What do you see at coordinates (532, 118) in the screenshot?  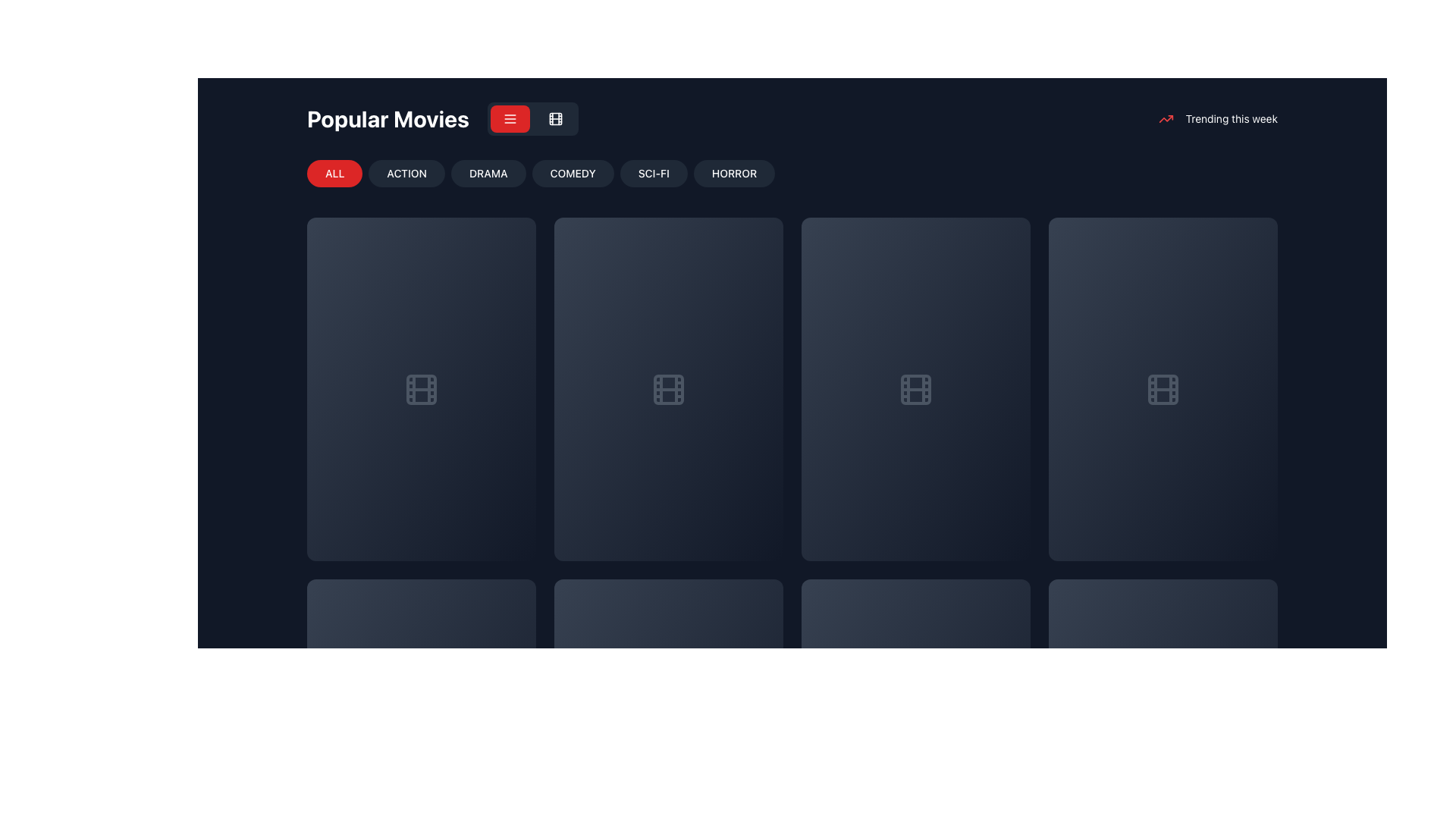 I see `the right toggle button in the button group to switch to grid mode, which is represented by a gray square with white borders` at bounding box center [532, 118].